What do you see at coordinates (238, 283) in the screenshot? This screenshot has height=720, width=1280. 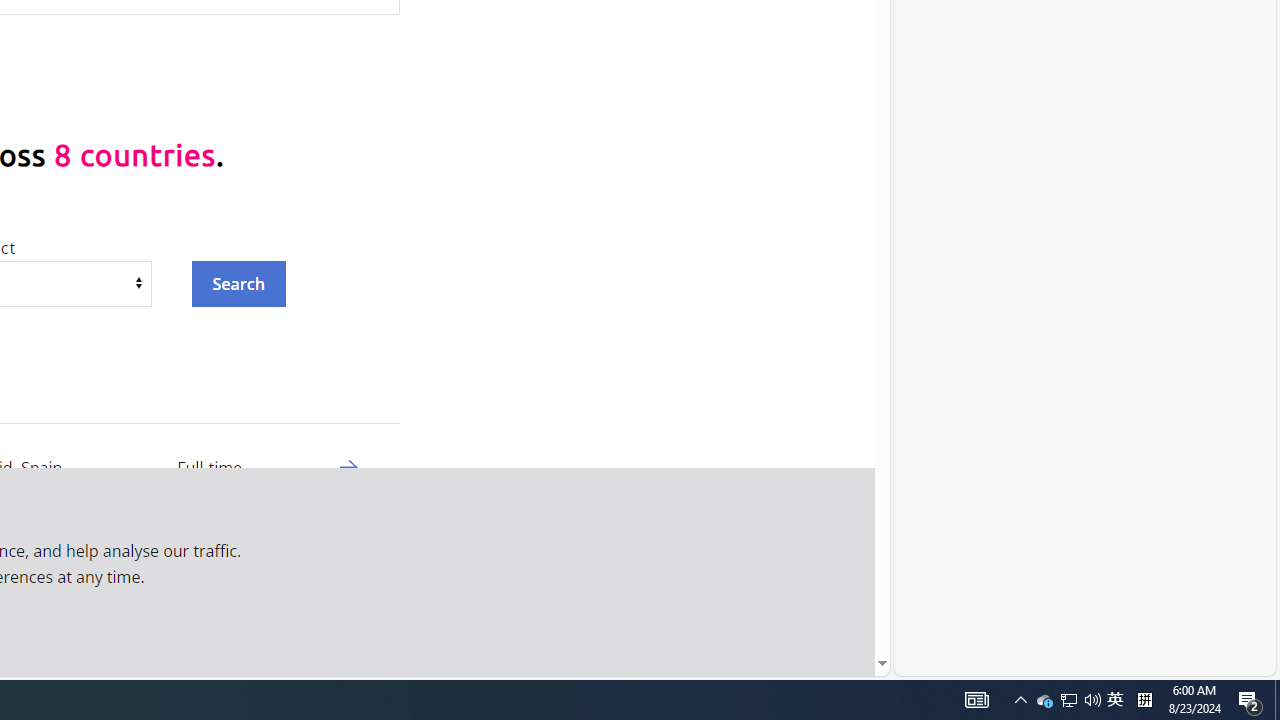 I see `'Search'` at bounding box center [238, 283].